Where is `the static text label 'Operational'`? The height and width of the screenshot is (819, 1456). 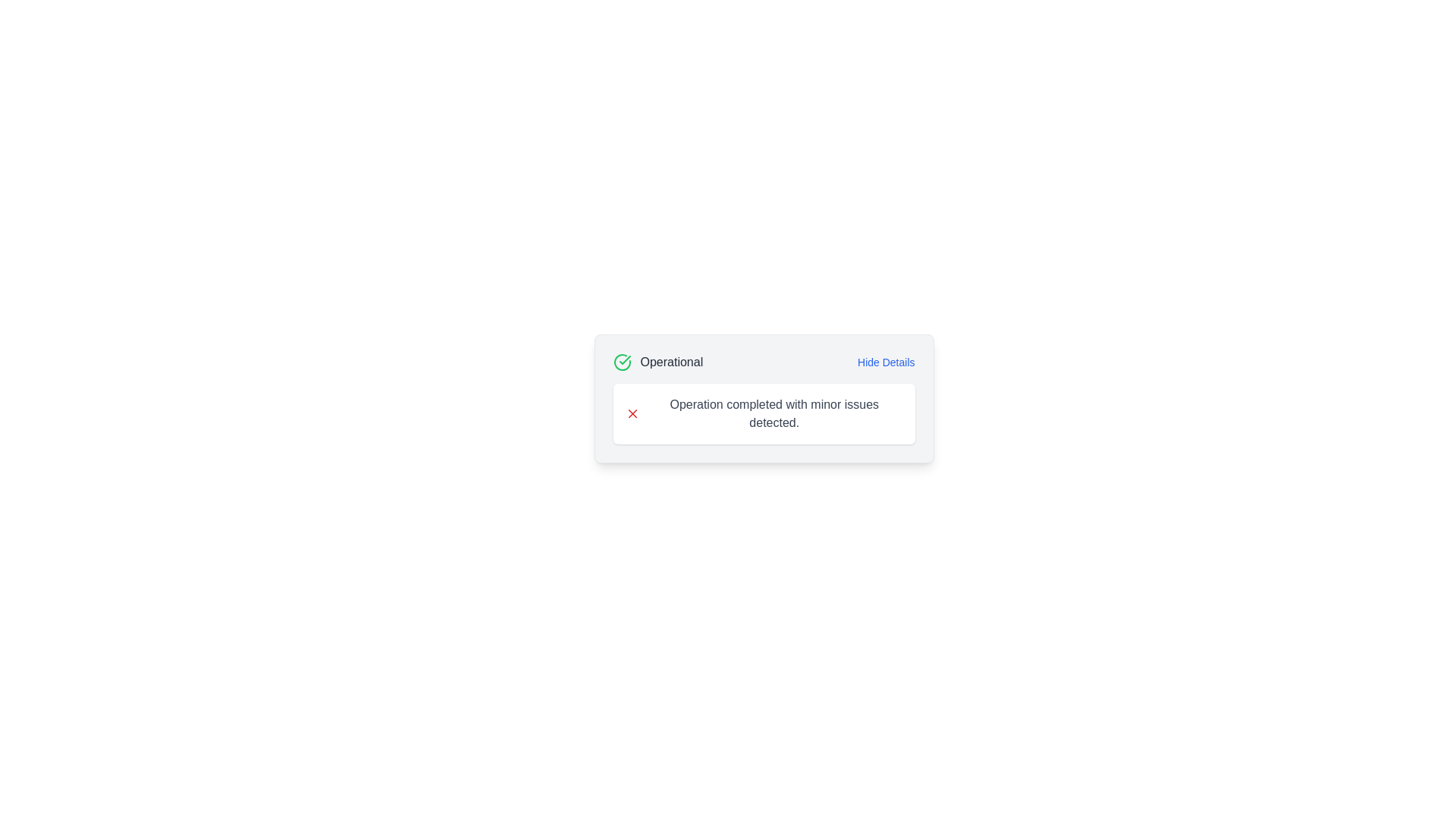
the static text label 'Operational' is located at coordinates (670, 362).